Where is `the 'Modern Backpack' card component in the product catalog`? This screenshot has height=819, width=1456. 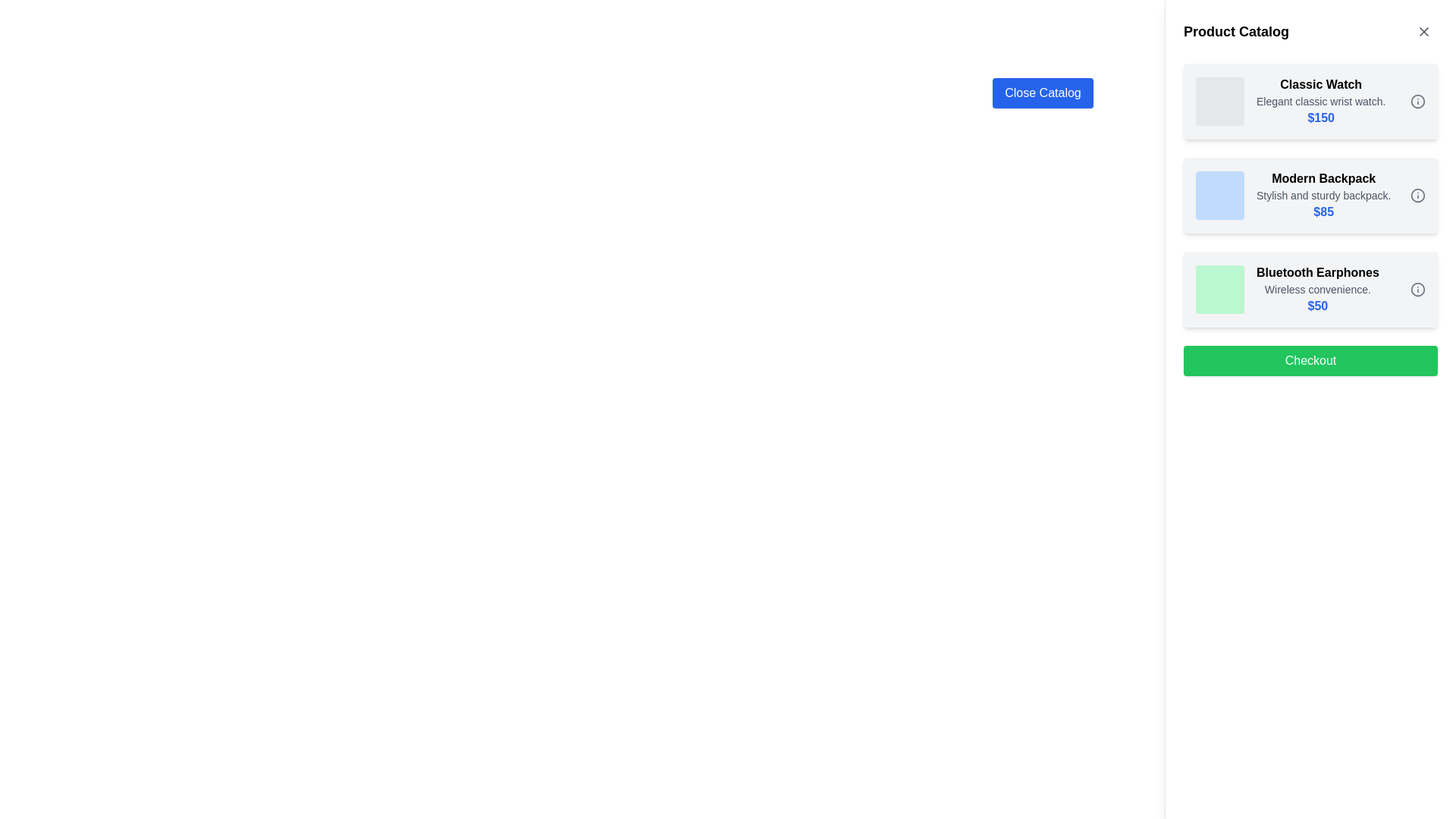 the 'Modern Backpack' card component in the product catalog is located at coordinates (1310, 195).